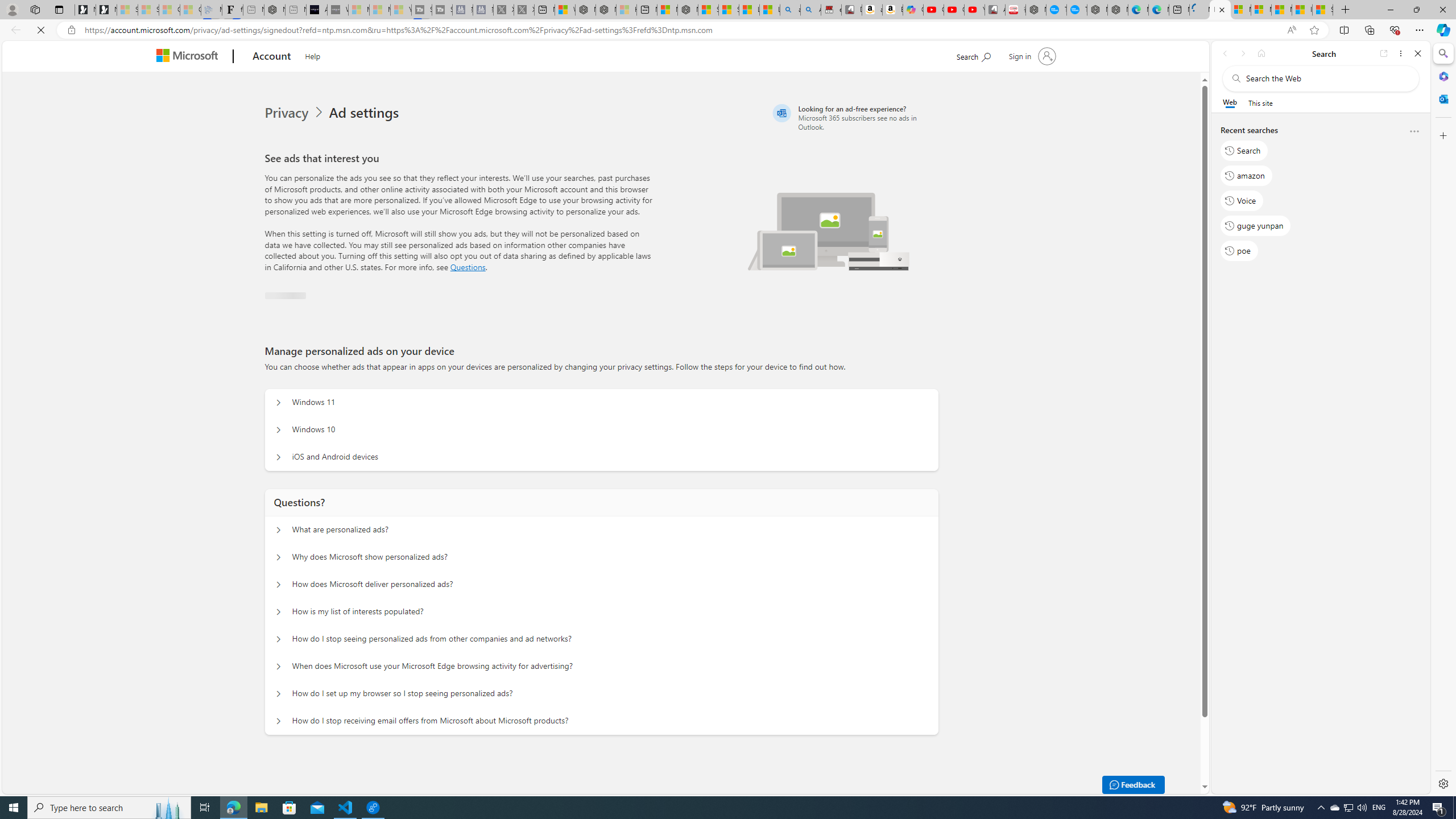  I want to click on 'Home', so click(1261, 53).